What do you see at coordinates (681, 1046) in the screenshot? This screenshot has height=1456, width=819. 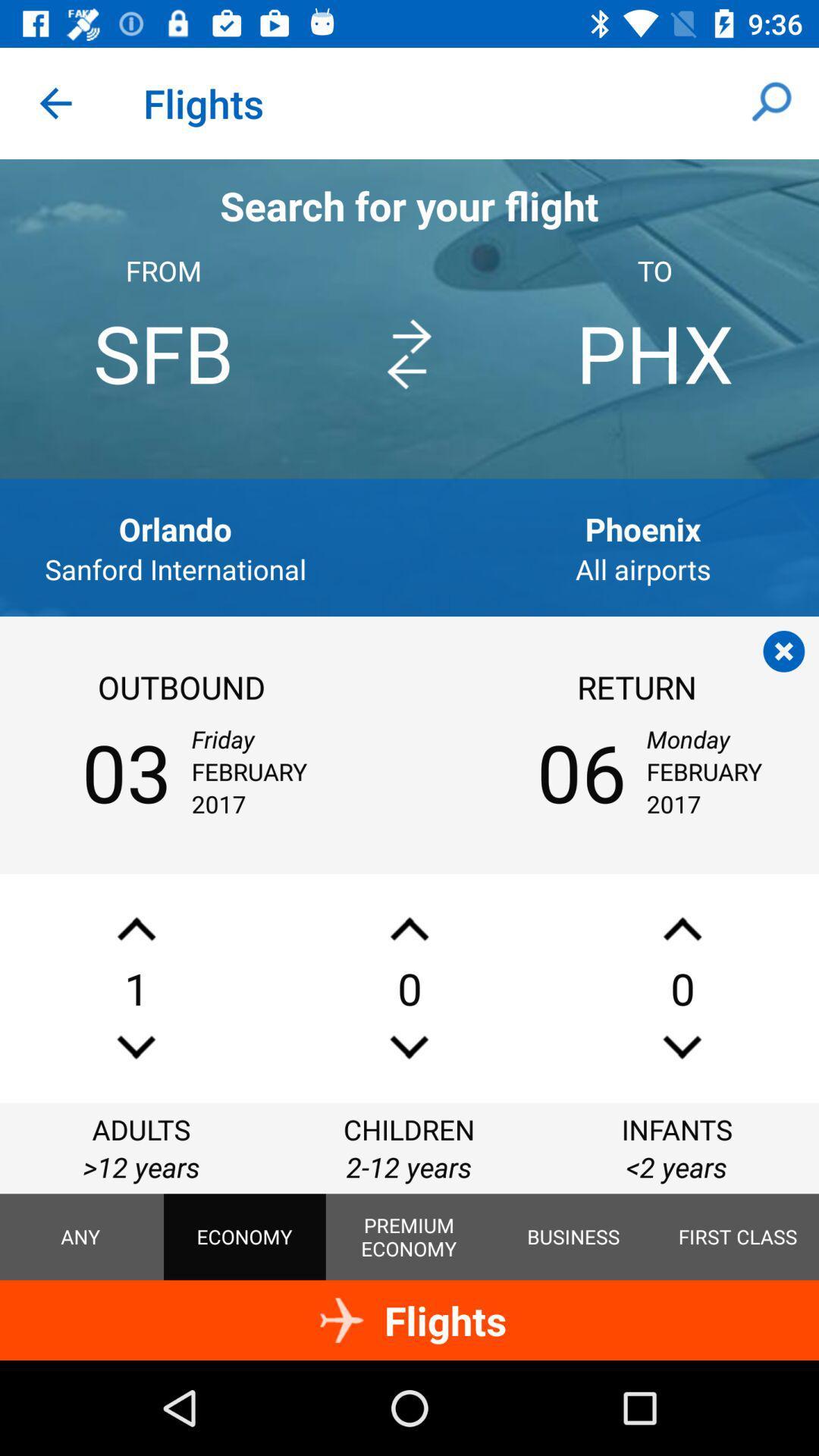 I see `decrements number infants category` at bounding box center [681, 1046].